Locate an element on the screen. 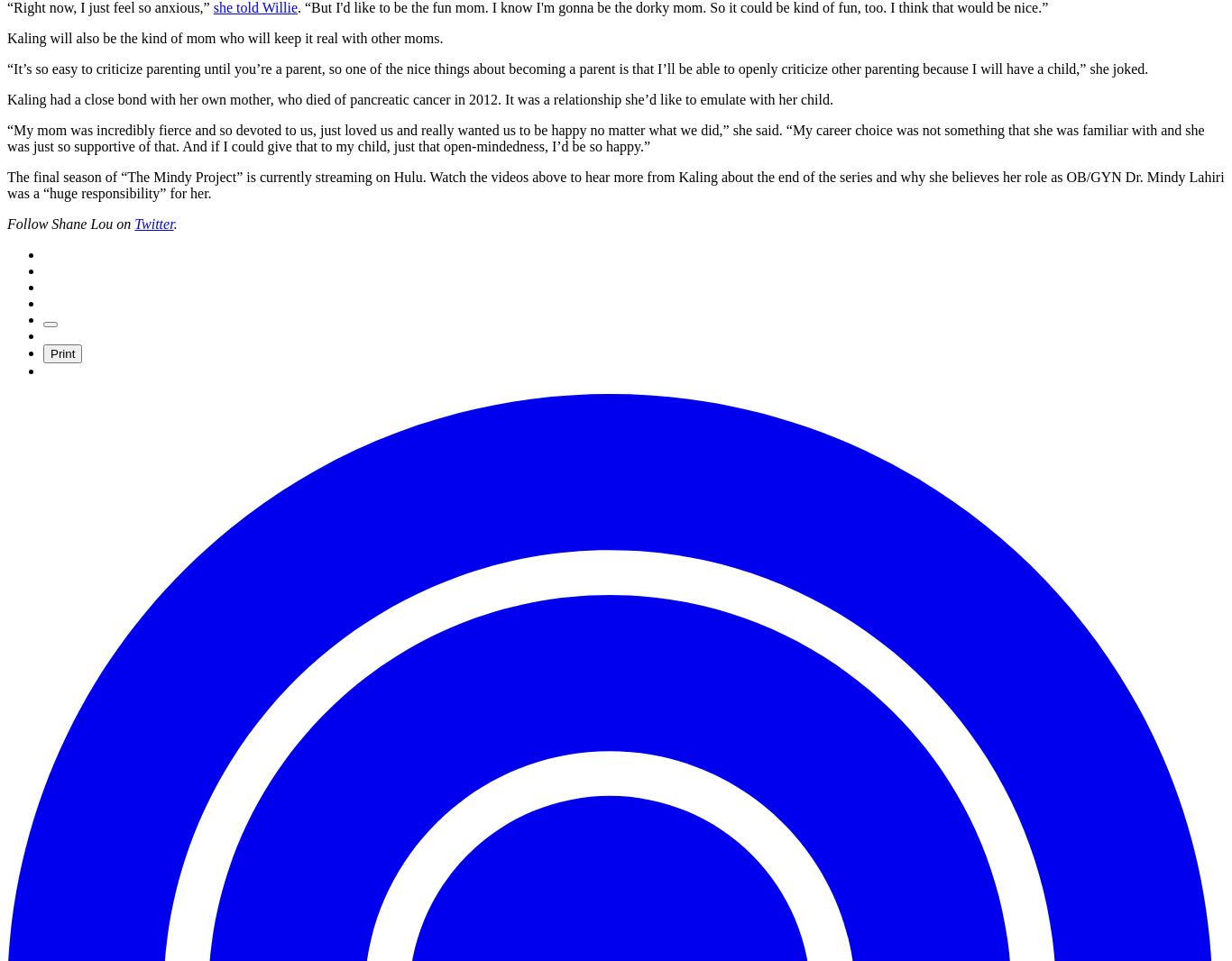  '“Right now, I just feel so anxious,”' is located at coordinates (108, 6).